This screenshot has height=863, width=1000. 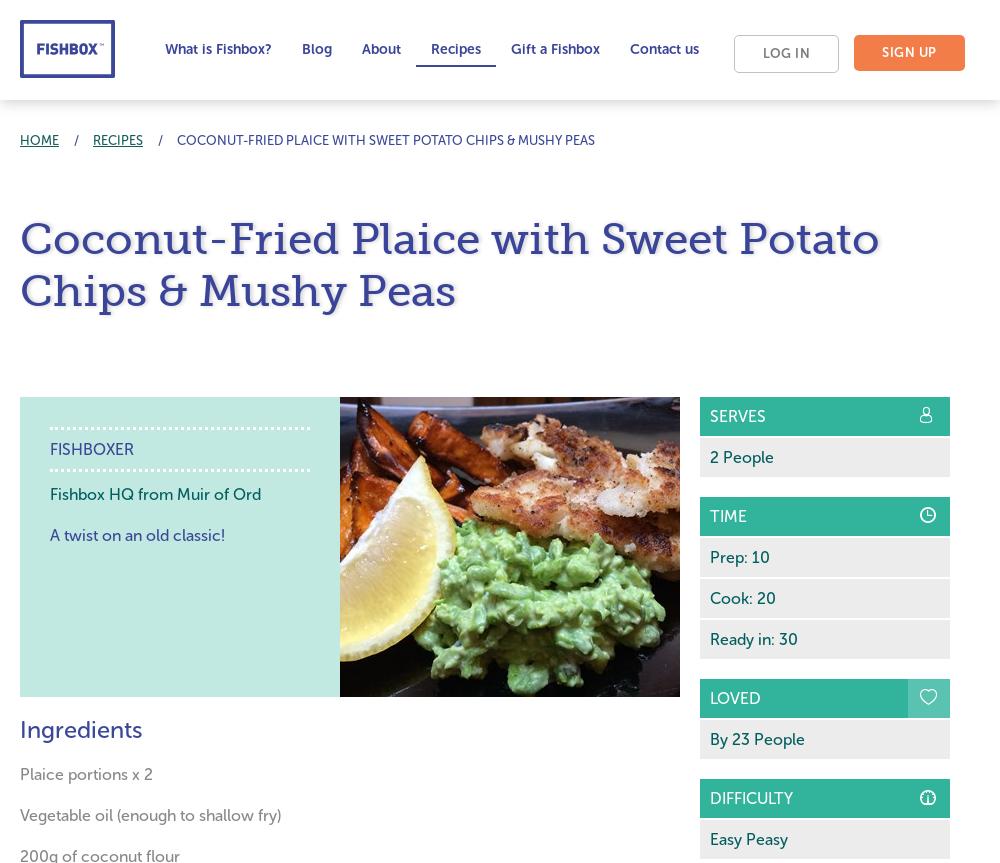 I want to click on 'Plaice portions x 2', so click(x=20, y=773).